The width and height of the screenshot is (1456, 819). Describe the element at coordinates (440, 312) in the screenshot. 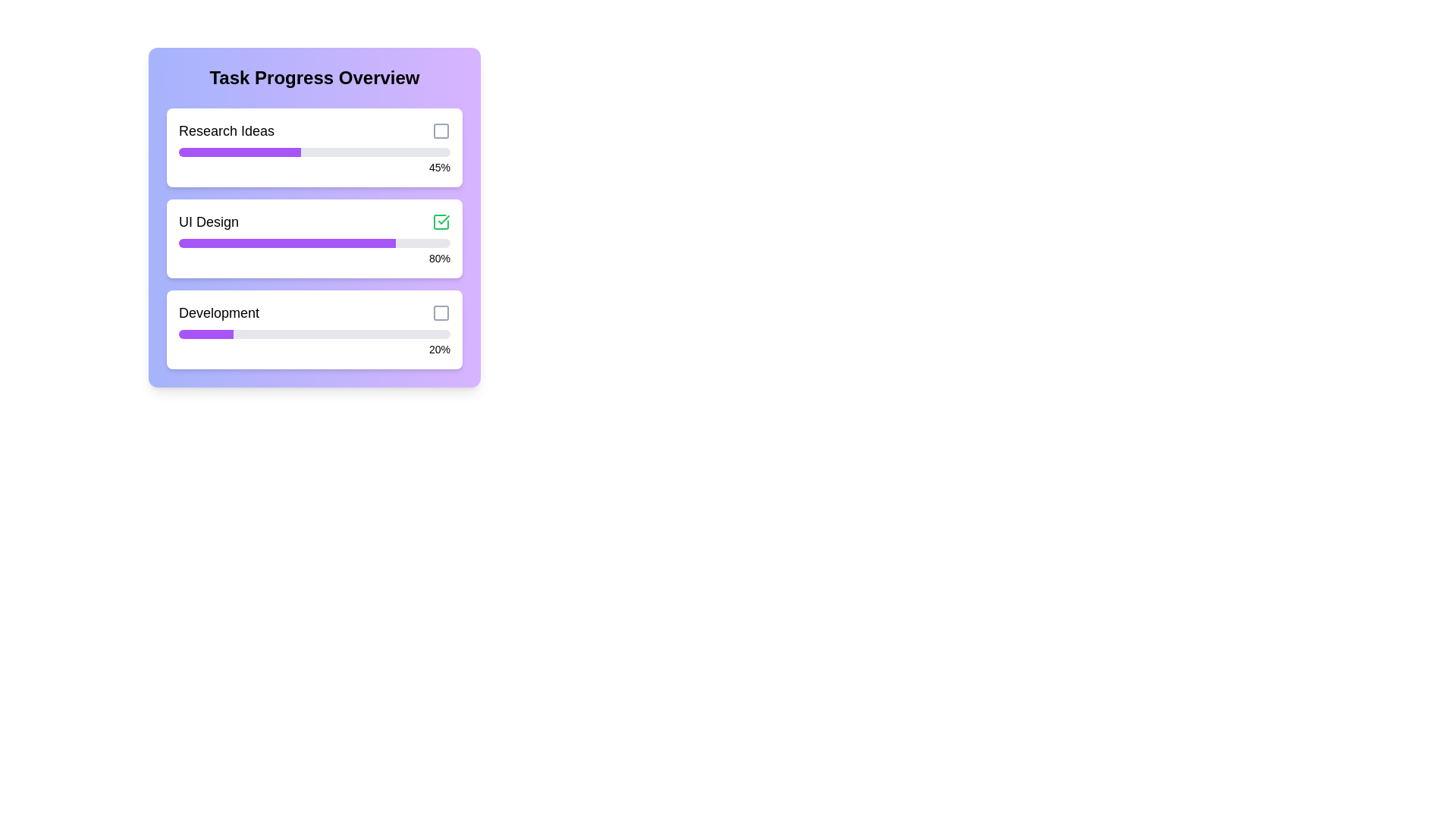

I see `the checkbox icon for the 'Development' task` at that location.